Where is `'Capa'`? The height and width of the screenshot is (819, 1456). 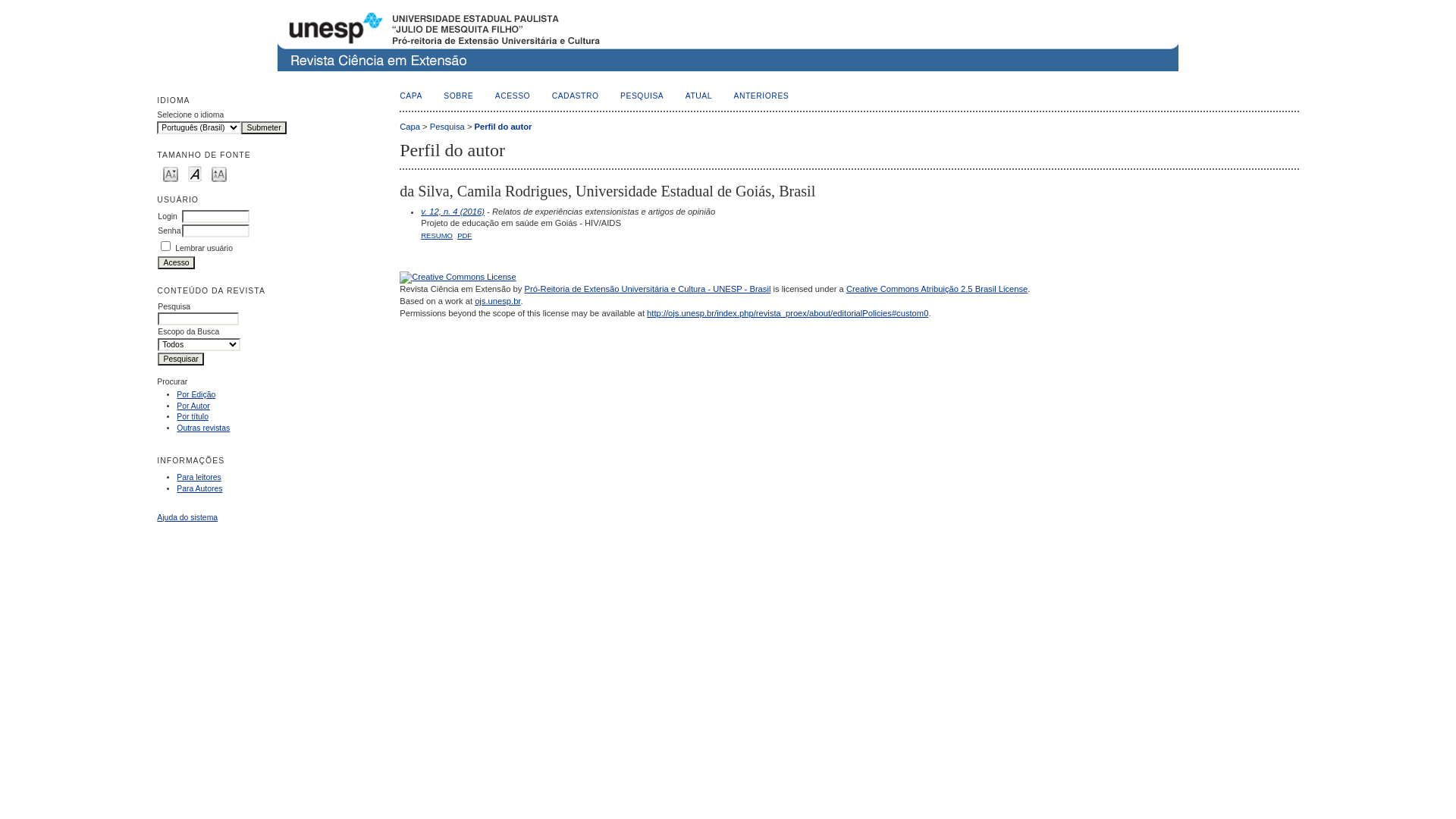 'Capa' is located at coordinates (409, 125).